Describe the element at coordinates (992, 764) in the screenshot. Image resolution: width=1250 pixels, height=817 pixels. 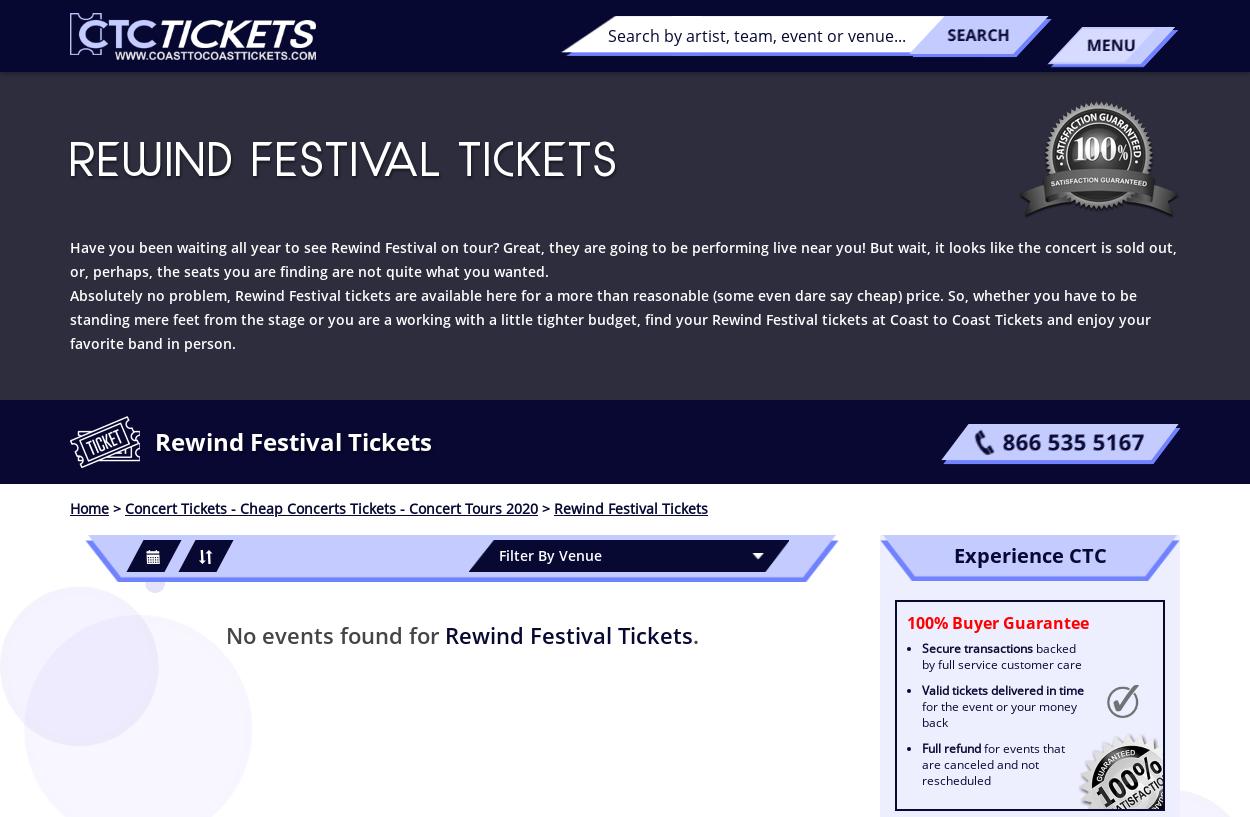
I see `'for events that are canceled and not rescheduled'` at that location.